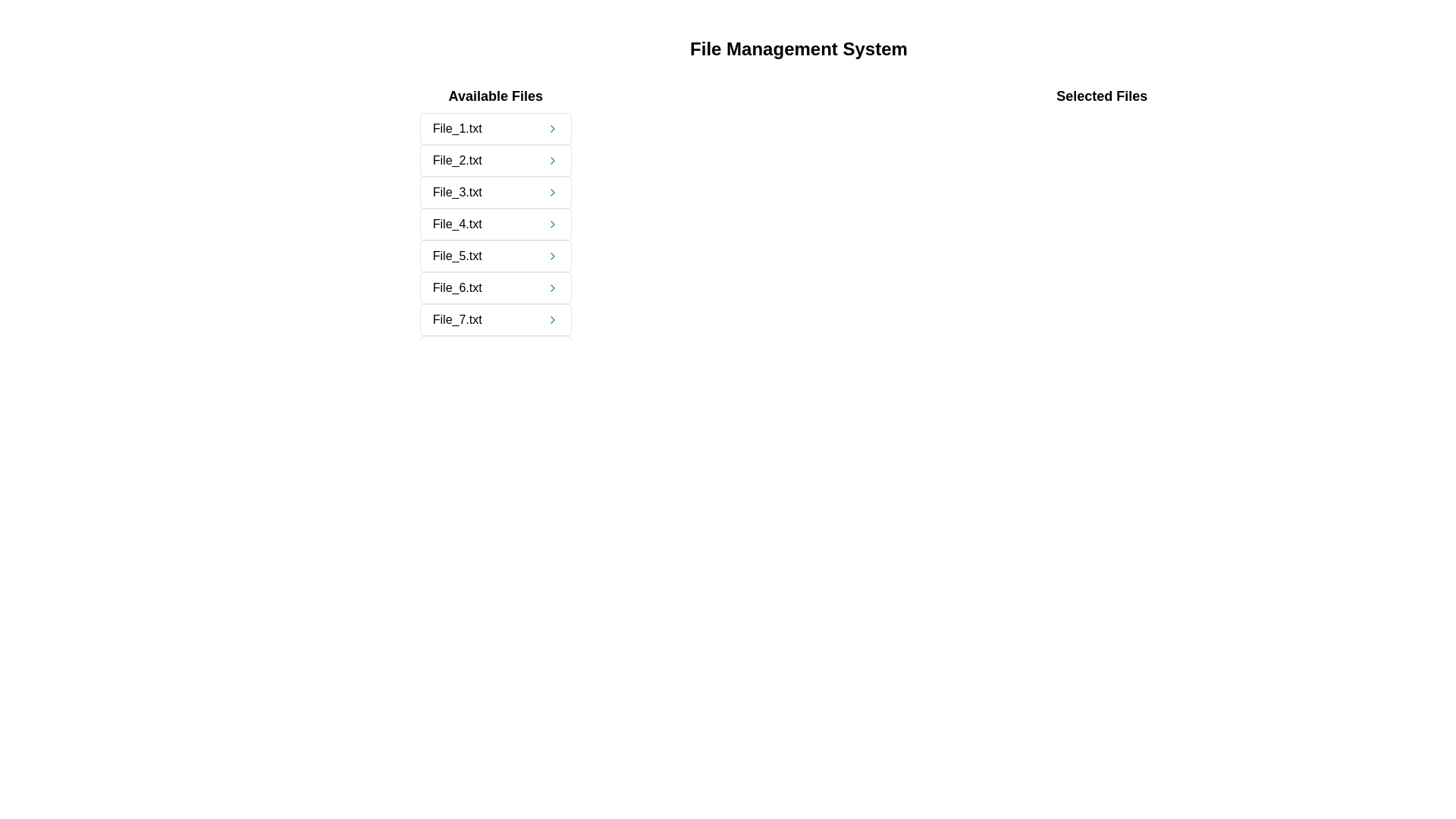 The height and width of the screenshot is (819, 1456). I want to click on the selectable file item named 'File_3.txt' in the 'Available Files' panel, so click(495, 192).